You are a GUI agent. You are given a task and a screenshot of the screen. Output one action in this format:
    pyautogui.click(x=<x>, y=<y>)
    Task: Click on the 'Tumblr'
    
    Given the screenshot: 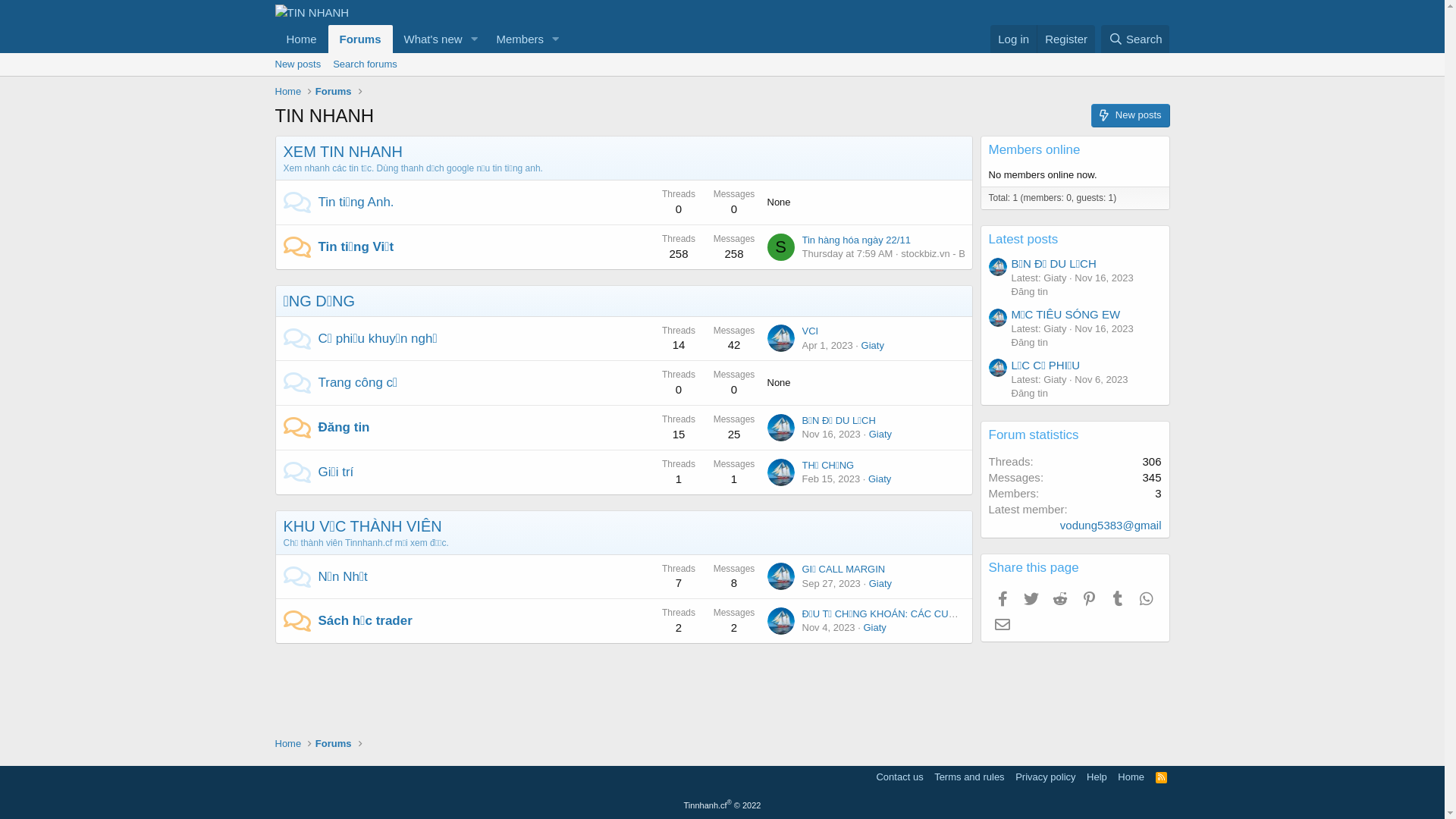 What is the action you would take?
    pyautogui.click(x=1117, y=598)
    